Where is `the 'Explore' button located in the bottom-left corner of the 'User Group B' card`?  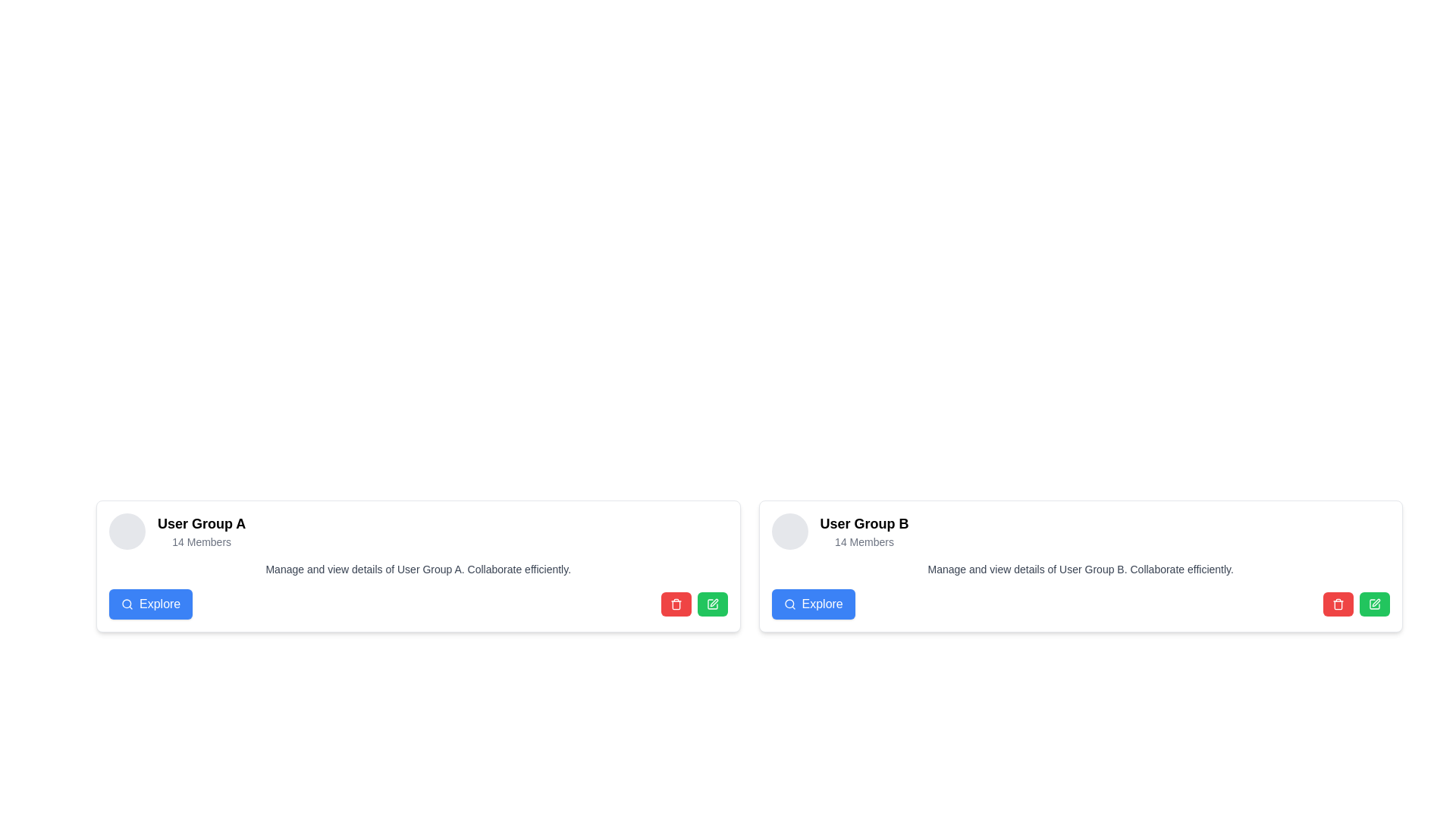
the 'Explore' button located in the bottom-left corner of the 'User Group B' card is located at coordinates (812, 604).